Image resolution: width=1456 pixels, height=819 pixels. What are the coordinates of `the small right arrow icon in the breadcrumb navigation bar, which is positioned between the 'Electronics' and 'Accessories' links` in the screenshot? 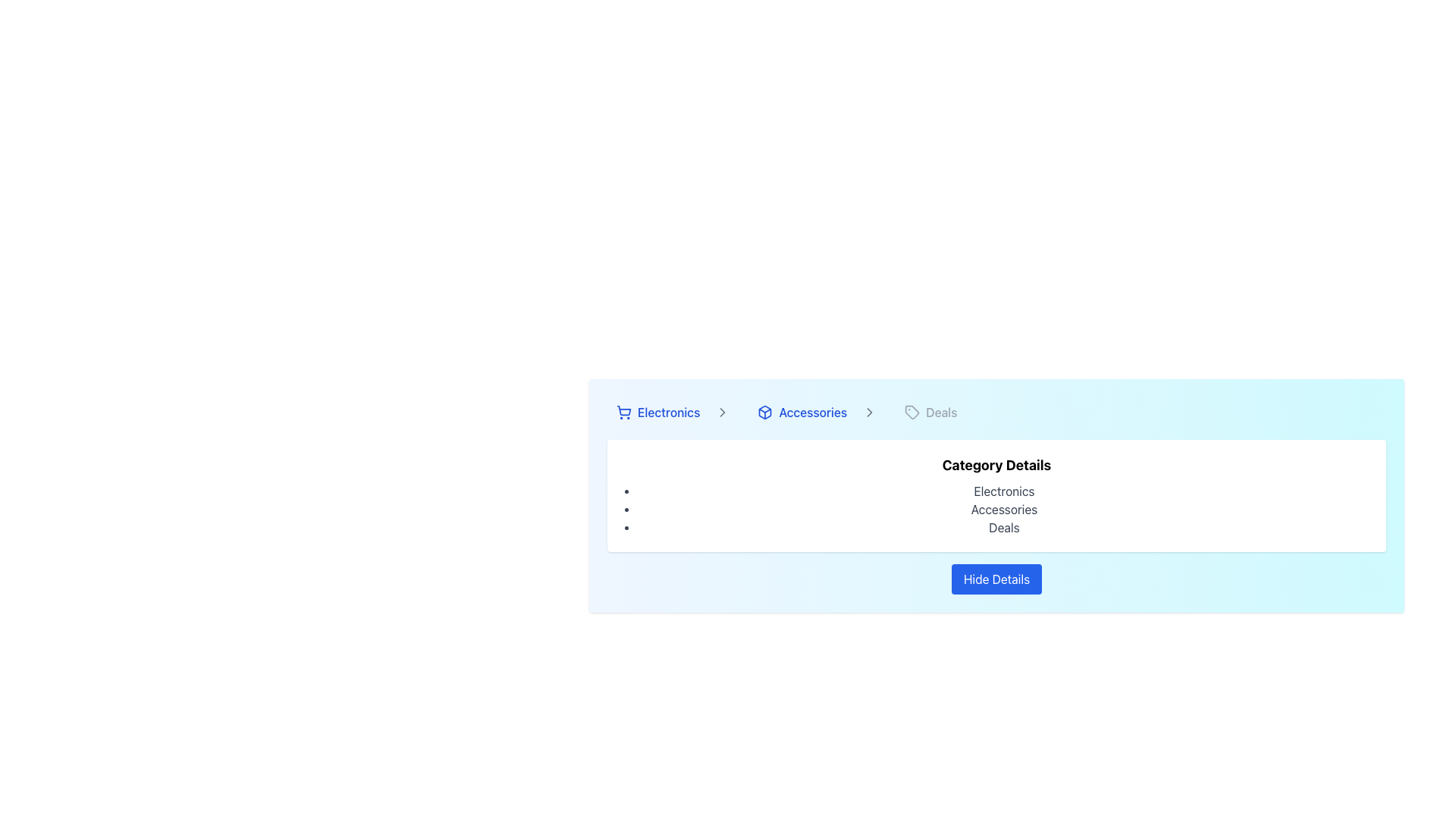 It's located at (722, 412).